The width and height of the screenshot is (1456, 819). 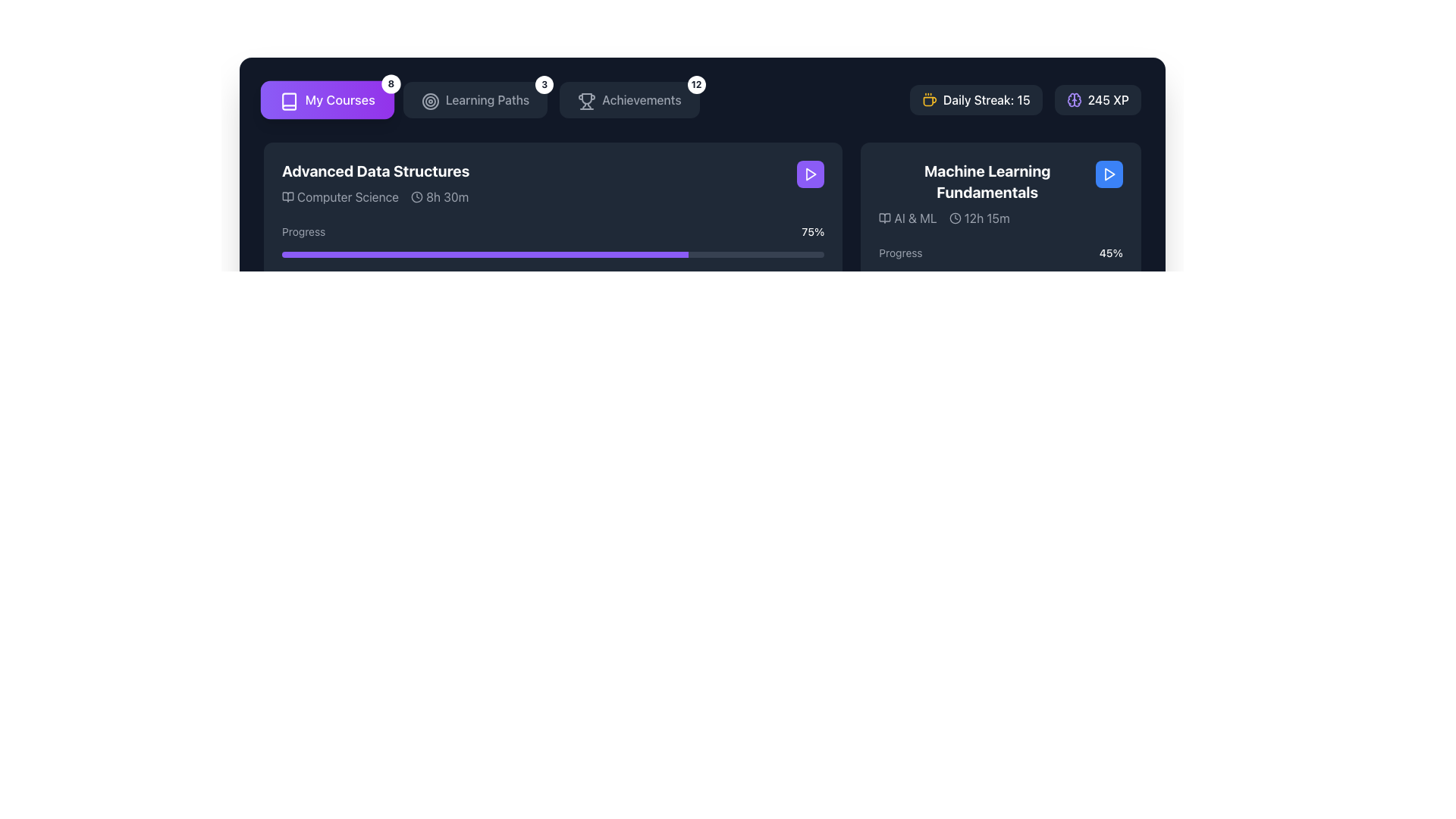 I want to click on to select the Course card titled 'Machine Learning Fundamentals' with a dark gray background and a blue play button in the top-right corner, so click(x=1001, y=240).